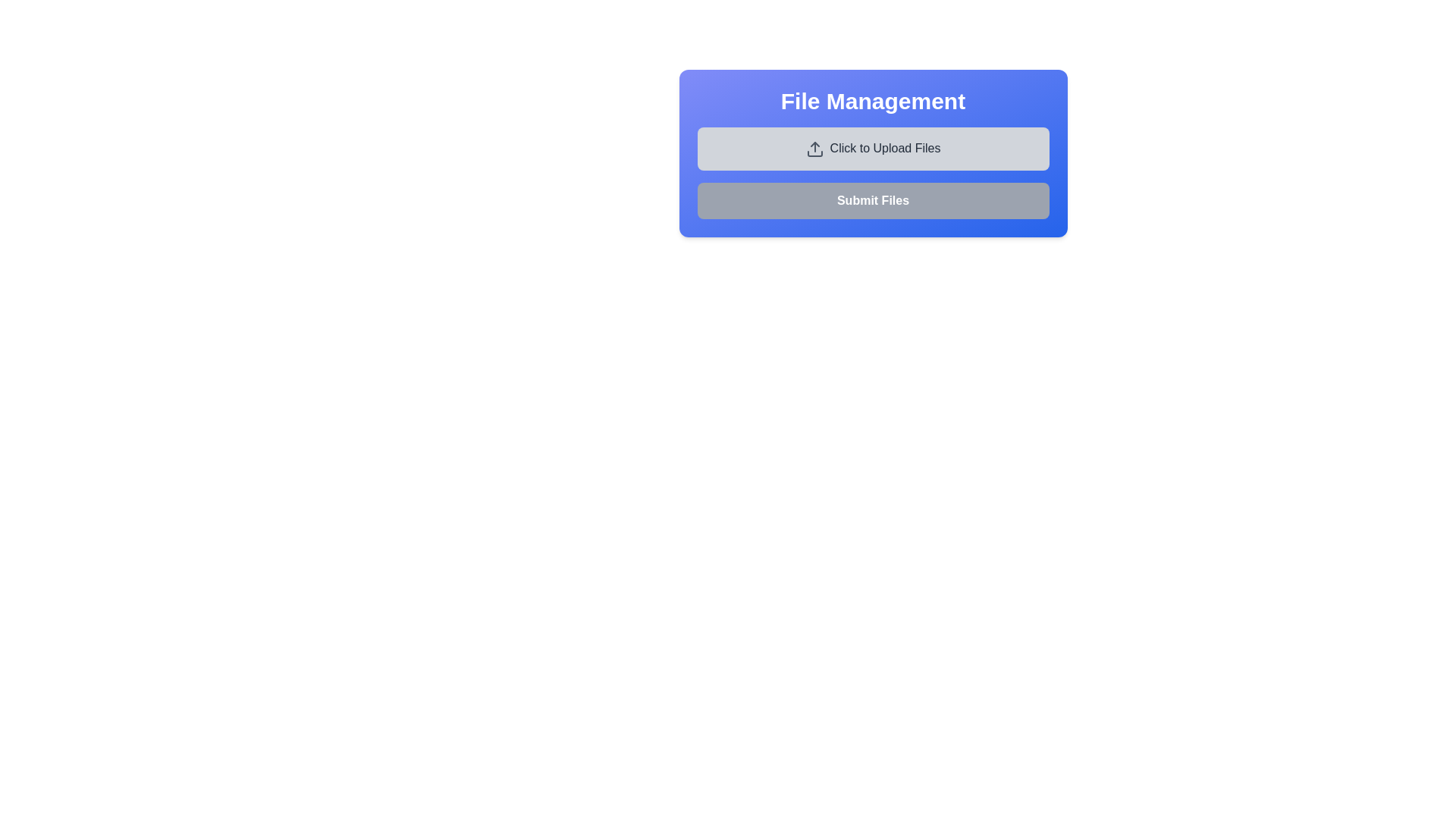 The width and height of the screenshot is (1456, 819). What do you see at coordinates (885, 148) in the screenshot?
I see `the static text display that reads 'Click to Upload Files', which is styled in a dark font and is located in the middle section of the file management interface` at bounding box center [885, 148].